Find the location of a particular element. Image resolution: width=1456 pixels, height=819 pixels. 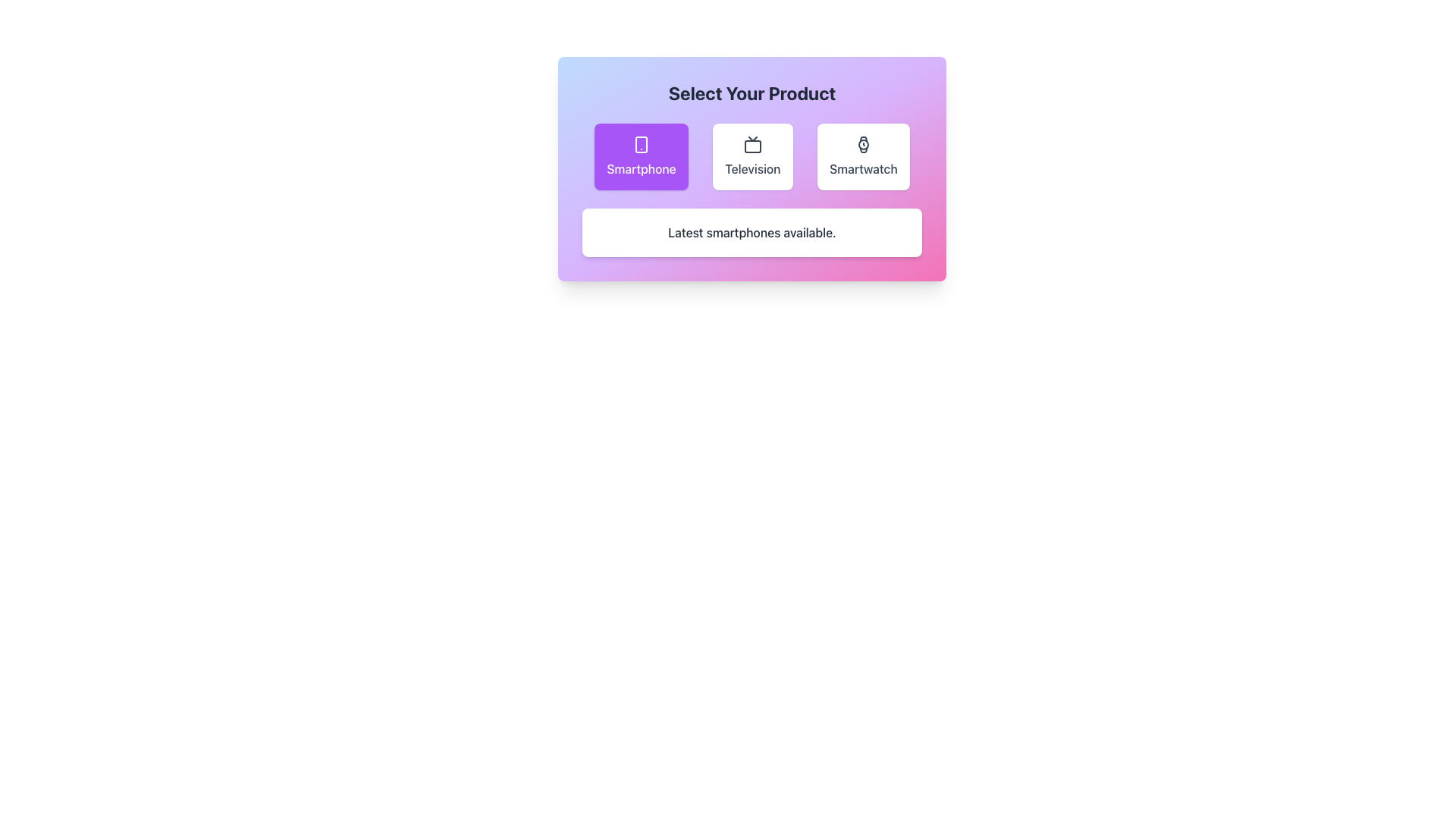

the descriptive label for the 'Television' product selection option, which is positioned beneath the TV icon in the center of the product selection card is located at coordinates (752, 169).